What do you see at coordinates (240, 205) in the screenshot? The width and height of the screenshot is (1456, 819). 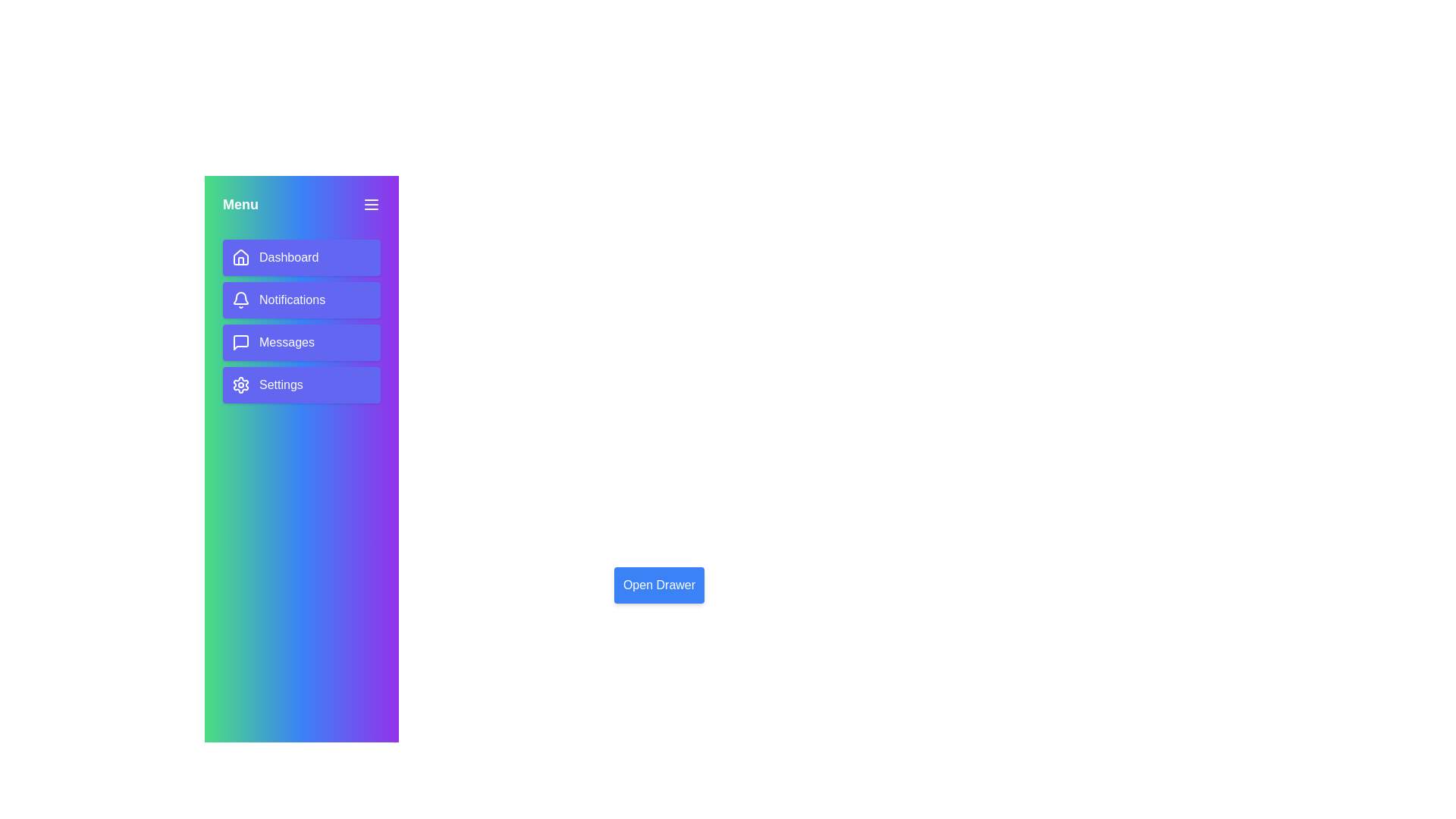 I see `the 'Menu' header text` at bounding box center [240, 205].